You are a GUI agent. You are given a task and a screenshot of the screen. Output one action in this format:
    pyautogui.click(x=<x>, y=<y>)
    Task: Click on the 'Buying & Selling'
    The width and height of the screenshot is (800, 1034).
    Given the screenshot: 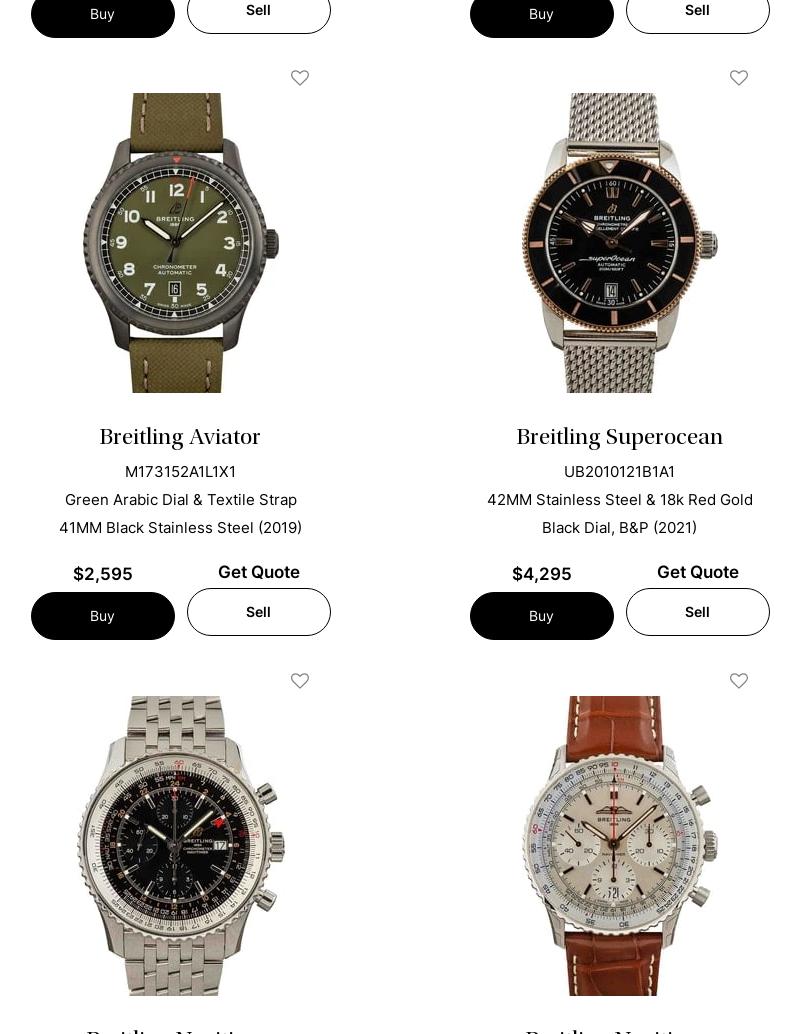 What is the action you would take?
    pyautogui.click(x=119, y=802)
    